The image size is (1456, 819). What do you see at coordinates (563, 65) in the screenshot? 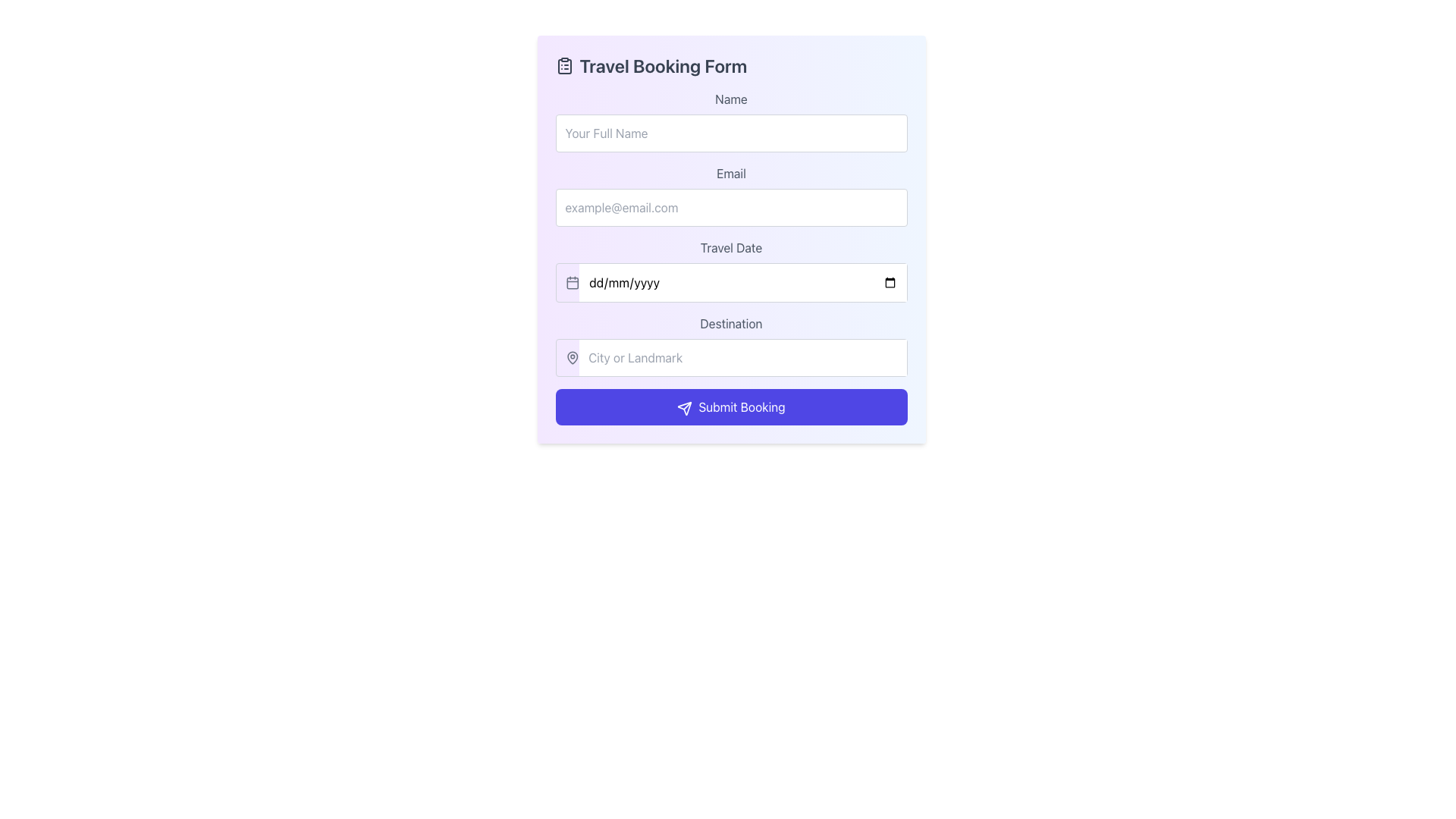
I see `clipboard list icon located to the left of the 'Travel Booking Form' text in the header section` at bounding box center [563, 65].